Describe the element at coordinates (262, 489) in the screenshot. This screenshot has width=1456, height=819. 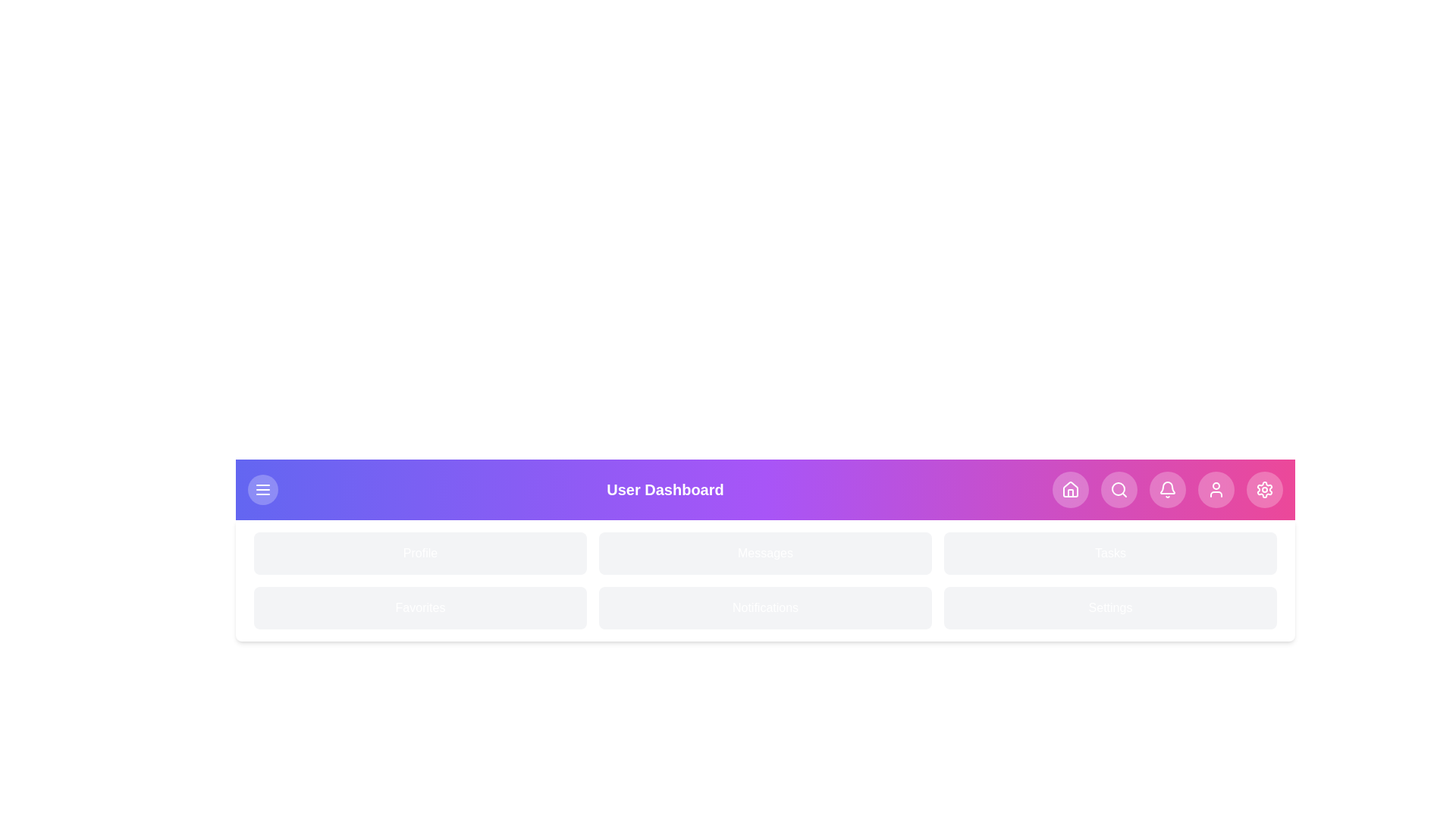
I see `the menu button to toggle the menu visibility` at that location.